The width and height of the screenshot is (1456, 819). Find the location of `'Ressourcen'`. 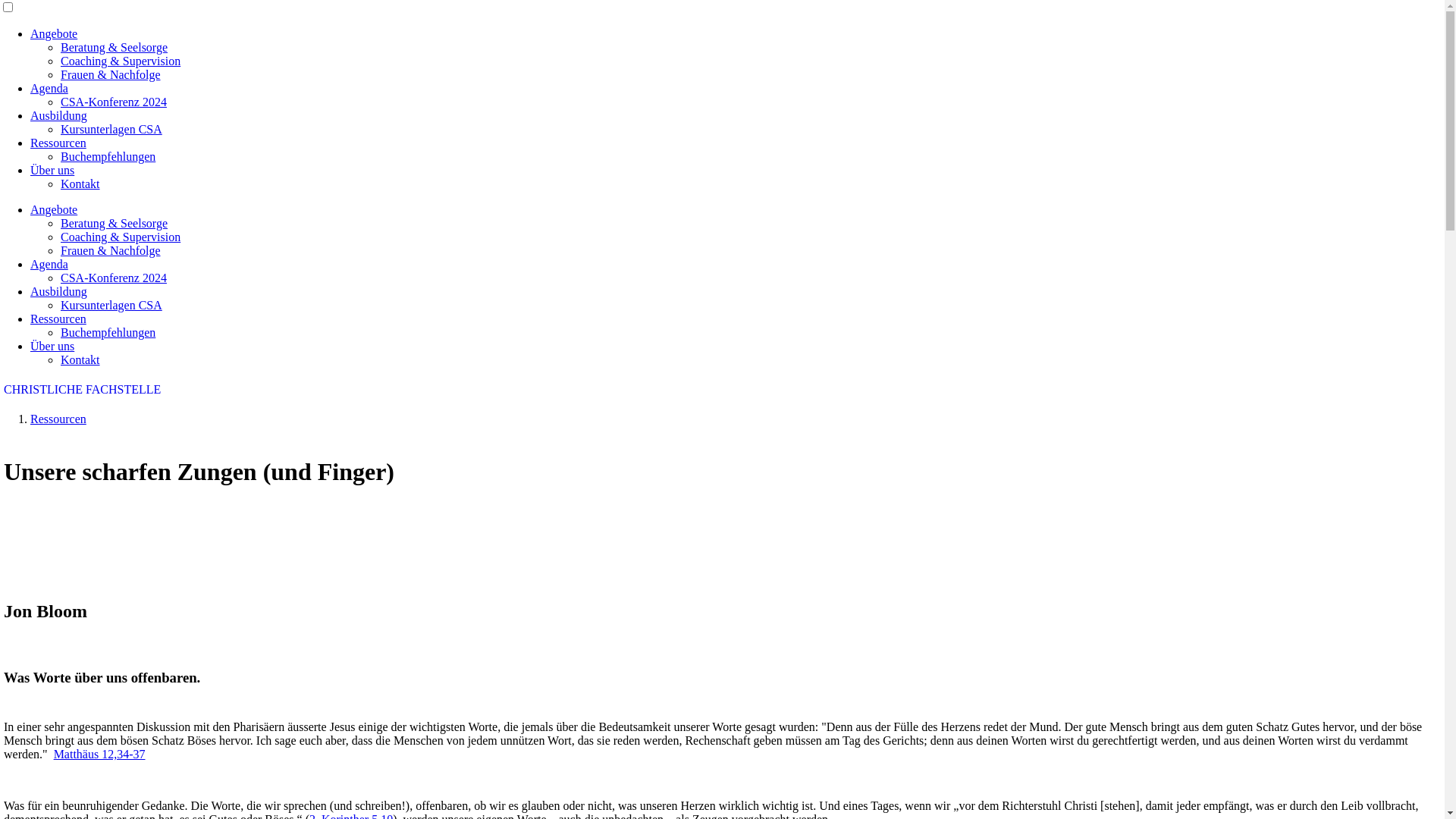

'Ressourcen' is located at coordinates (30, 143).